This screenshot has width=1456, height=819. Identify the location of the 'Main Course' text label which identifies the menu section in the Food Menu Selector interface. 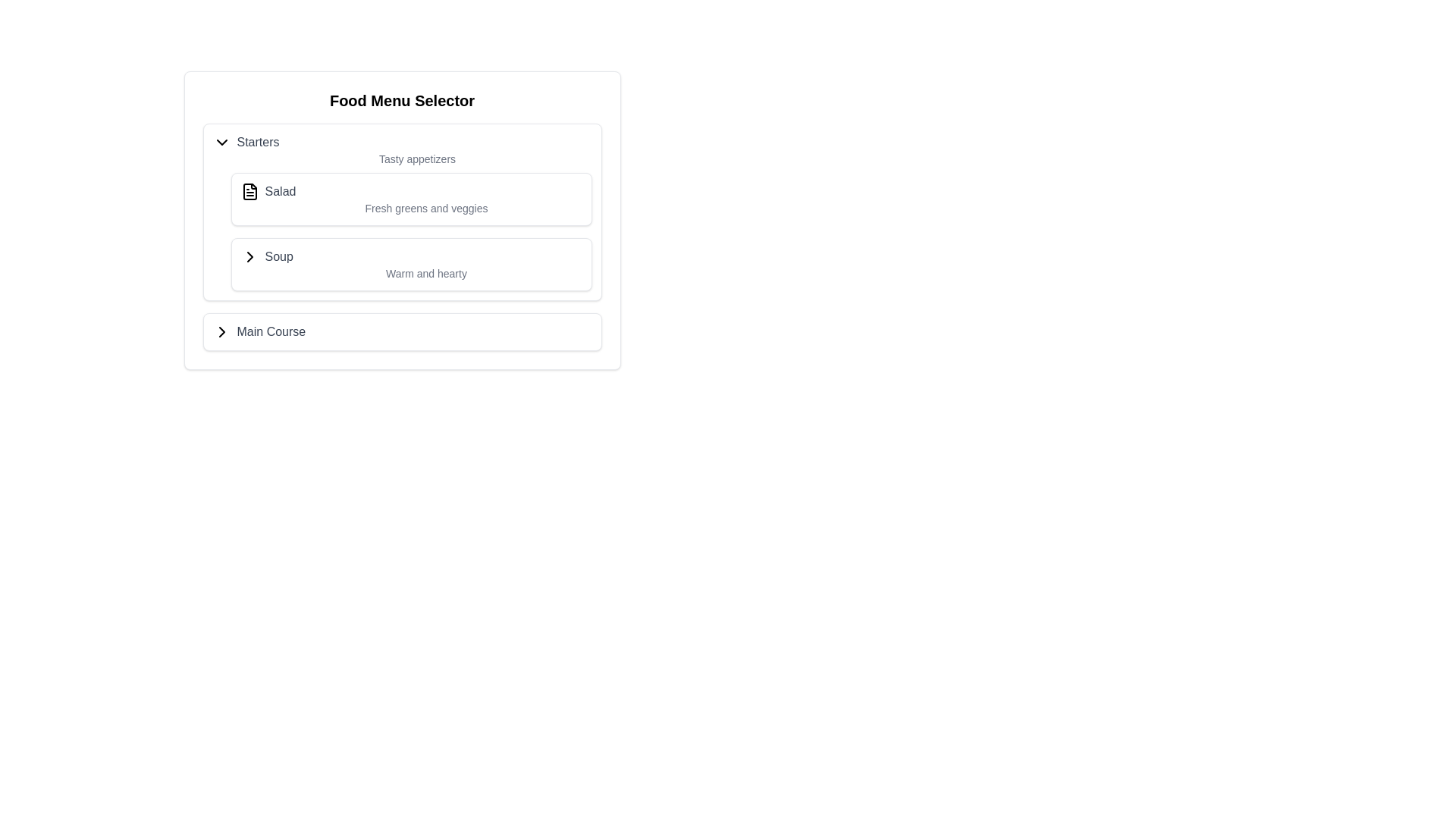
(271, 331).